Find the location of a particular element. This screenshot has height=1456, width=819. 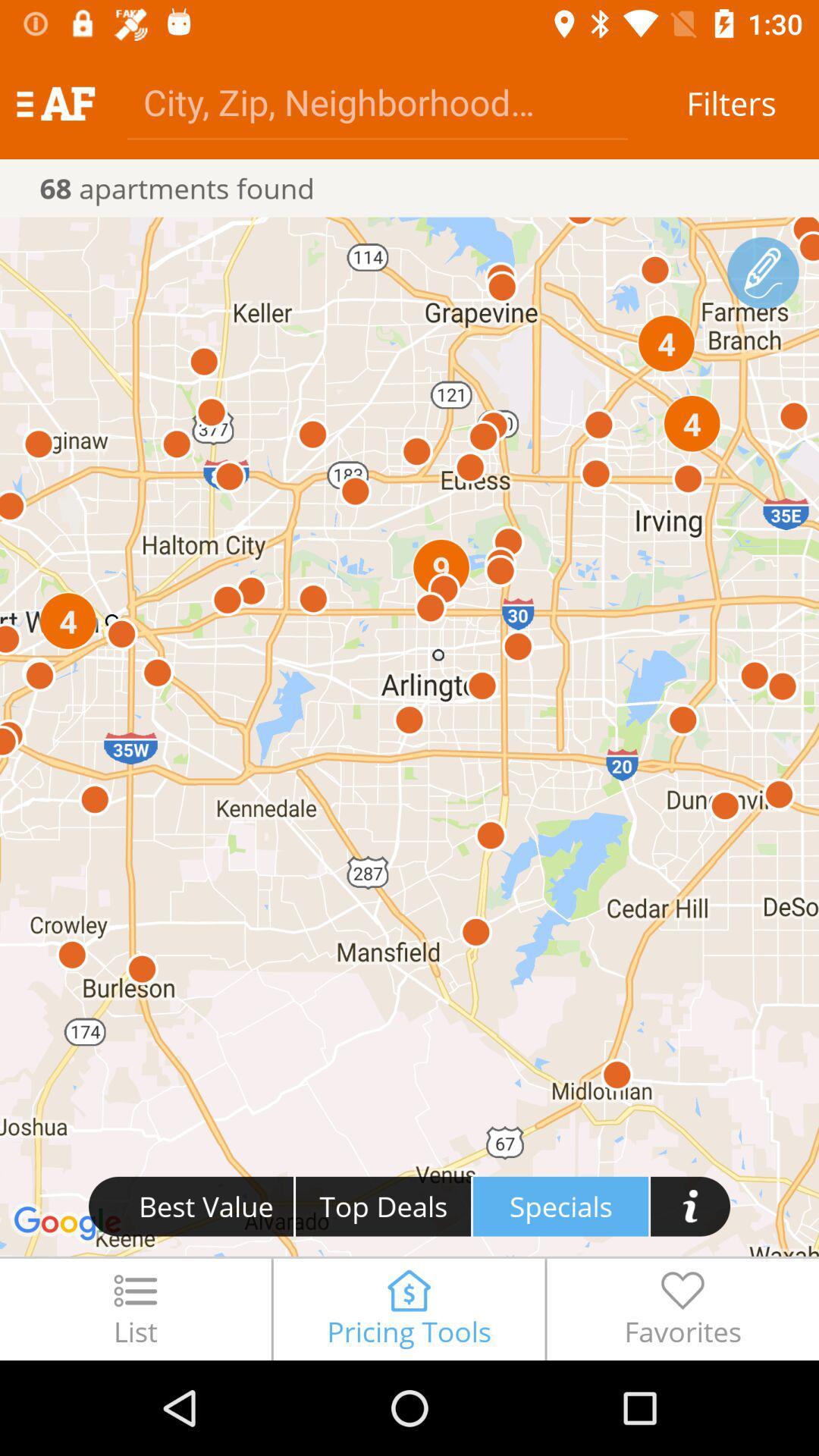

route is located at coordinates (763, 273).